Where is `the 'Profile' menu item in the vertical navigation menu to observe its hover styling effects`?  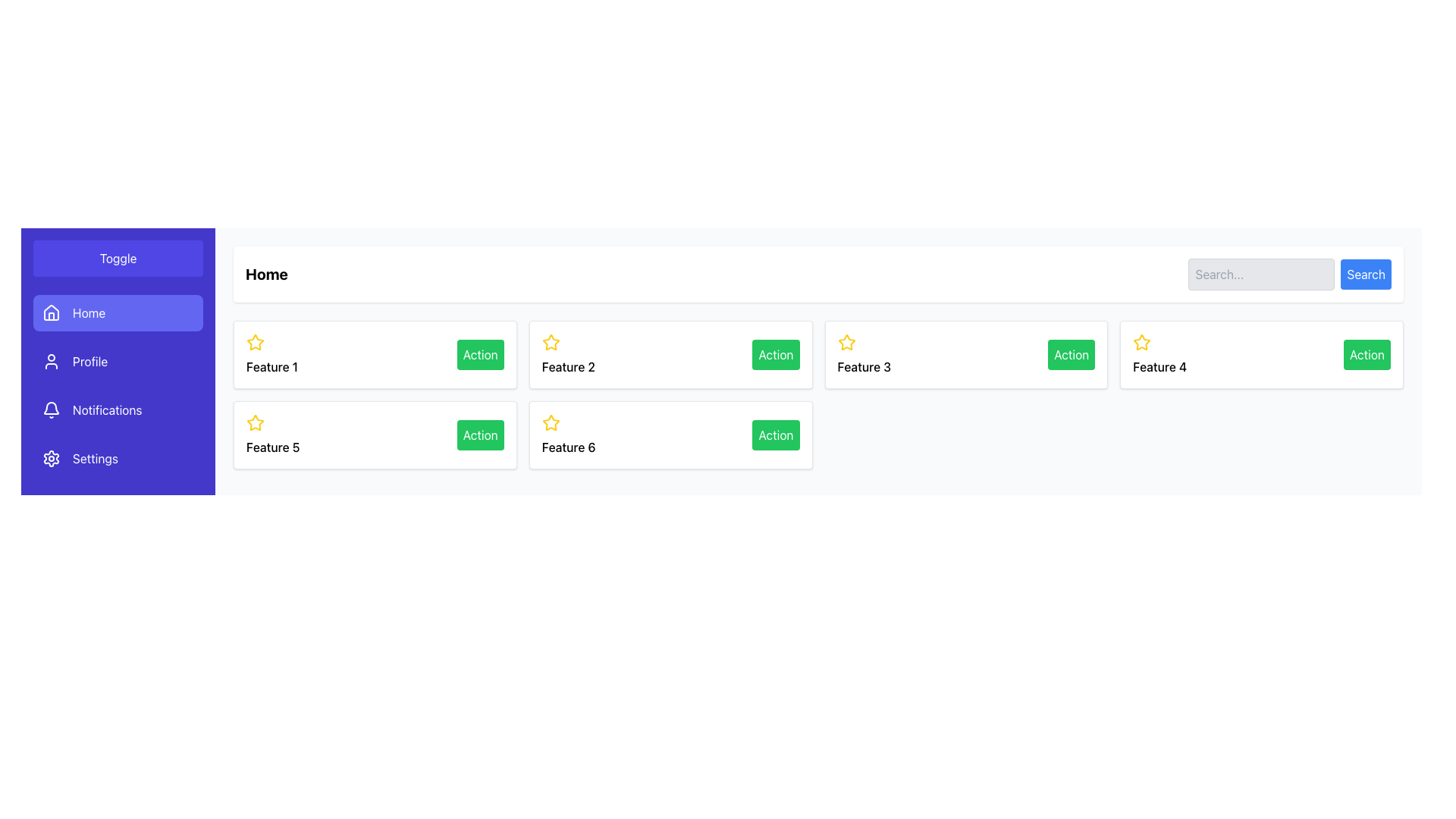 the 'Profile' menu item in the vertical navigation menu to observe its hover styling effects is located at coordinates (118, 362).